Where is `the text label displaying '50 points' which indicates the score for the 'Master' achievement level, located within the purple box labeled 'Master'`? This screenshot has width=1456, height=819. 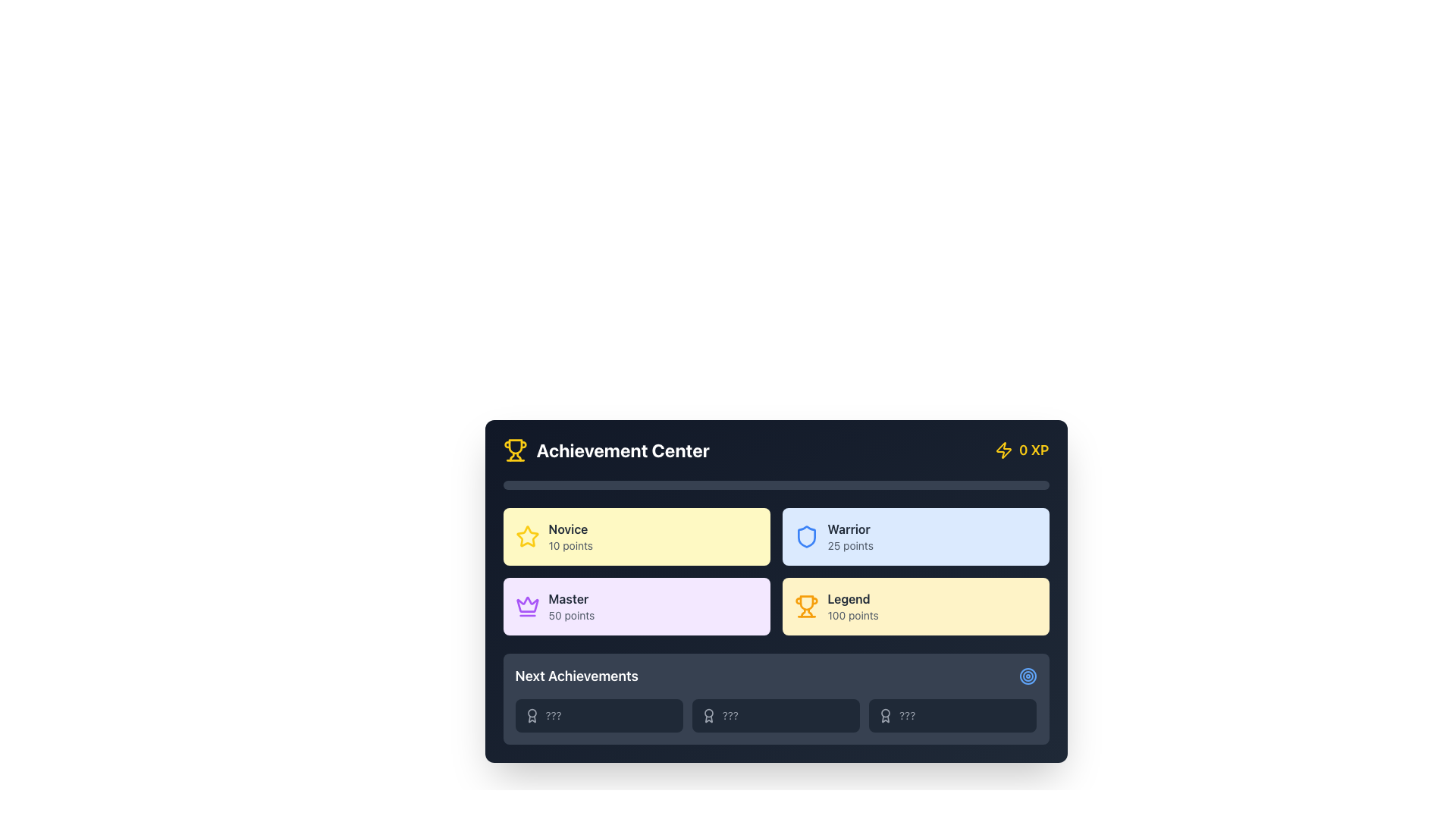 the text label displaying '50 points' which indicates the score for the 'Master' achievement level, located within the purple box labeled 'Master' is located at coordinates (570, 616).